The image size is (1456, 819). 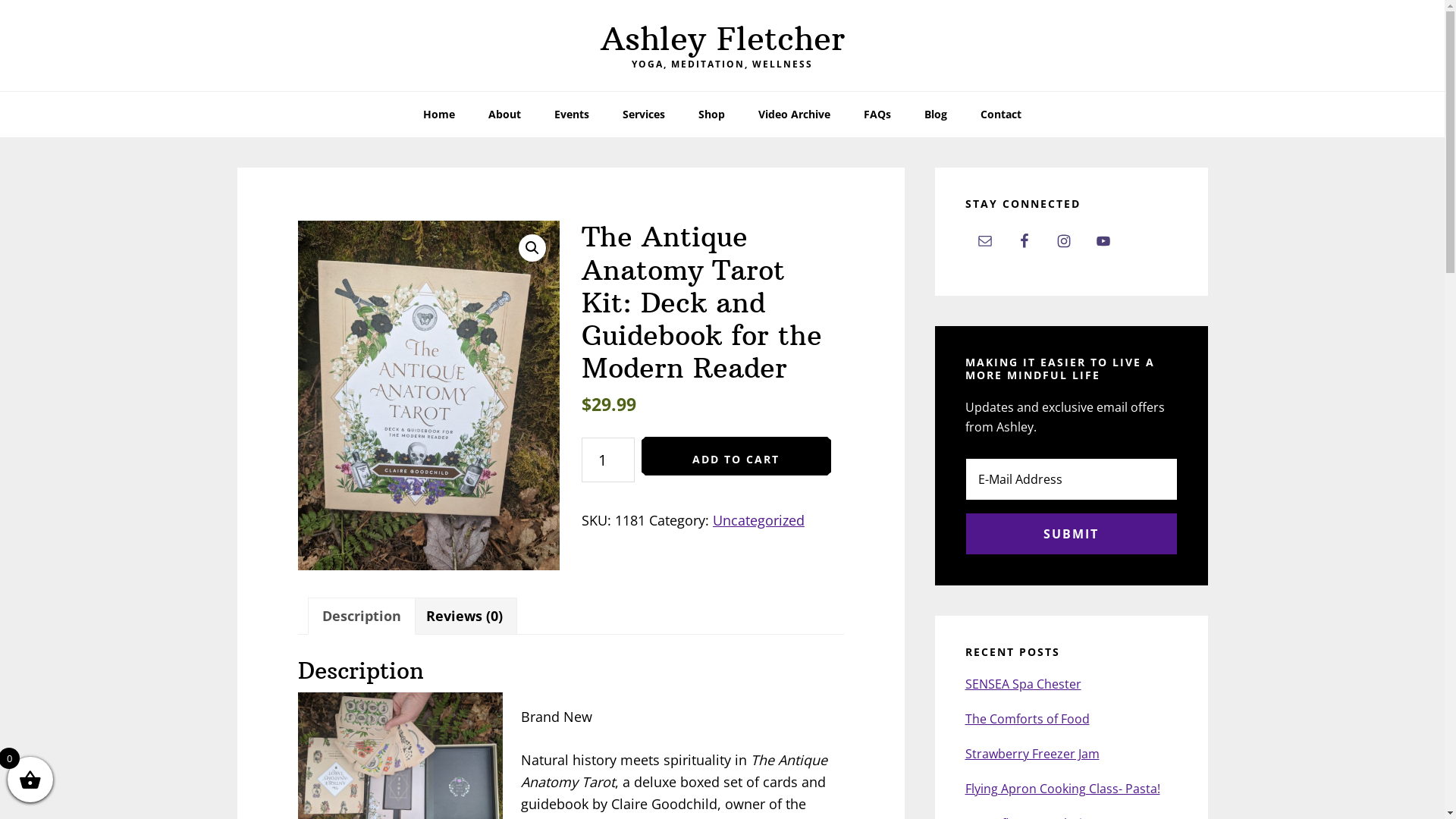 What do you see at coordinates (1022, 684) in the screenshot?
I see `'SENSEA Spa Chester'` at bounding box center [1022, 684].